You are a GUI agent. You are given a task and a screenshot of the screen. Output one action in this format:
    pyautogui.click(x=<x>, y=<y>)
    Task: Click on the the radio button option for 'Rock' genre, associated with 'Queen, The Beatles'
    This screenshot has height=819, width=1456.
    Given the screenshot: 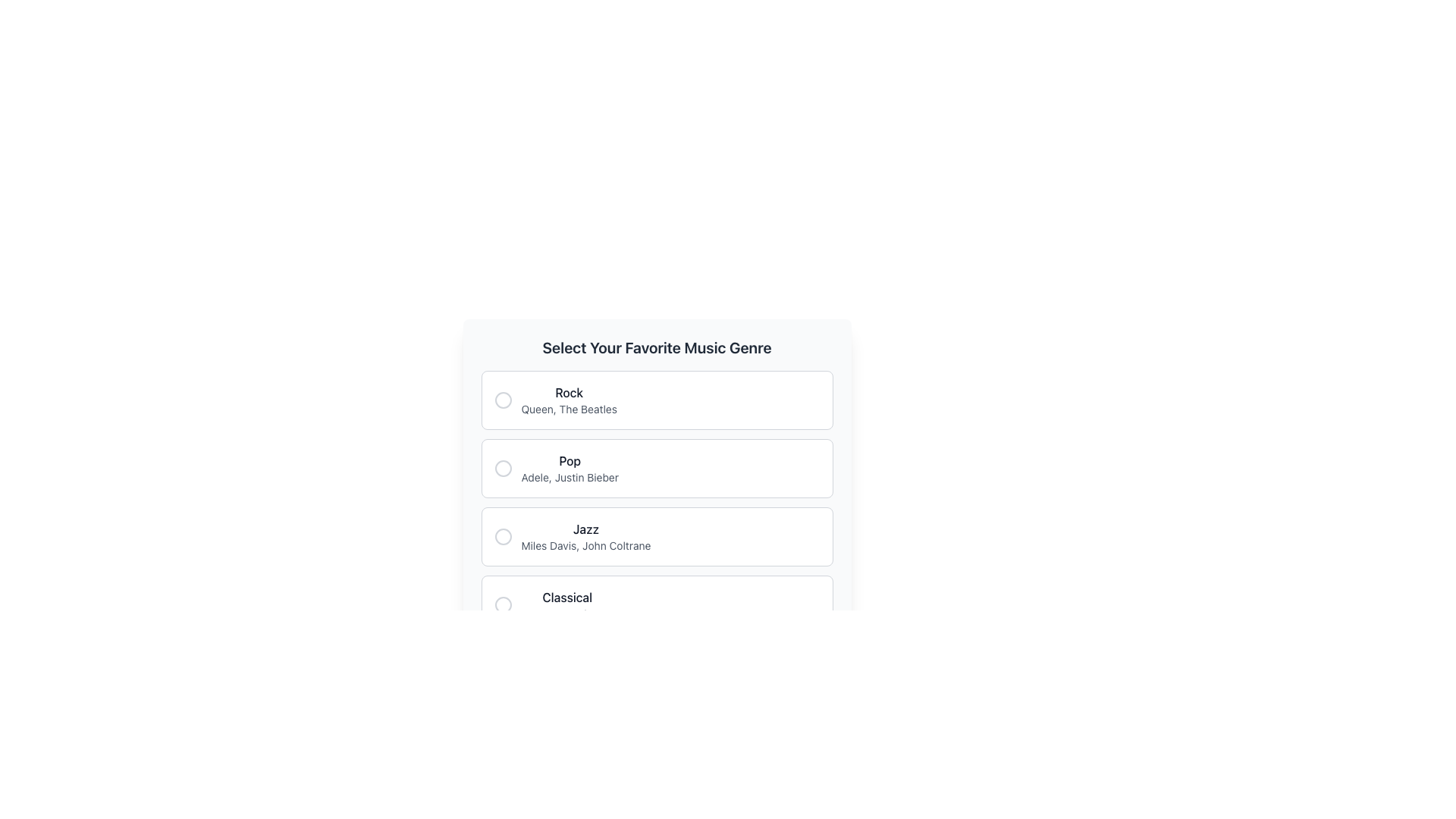 What is the action you would take?
    pyautogui.click(x=657, y=400)
    